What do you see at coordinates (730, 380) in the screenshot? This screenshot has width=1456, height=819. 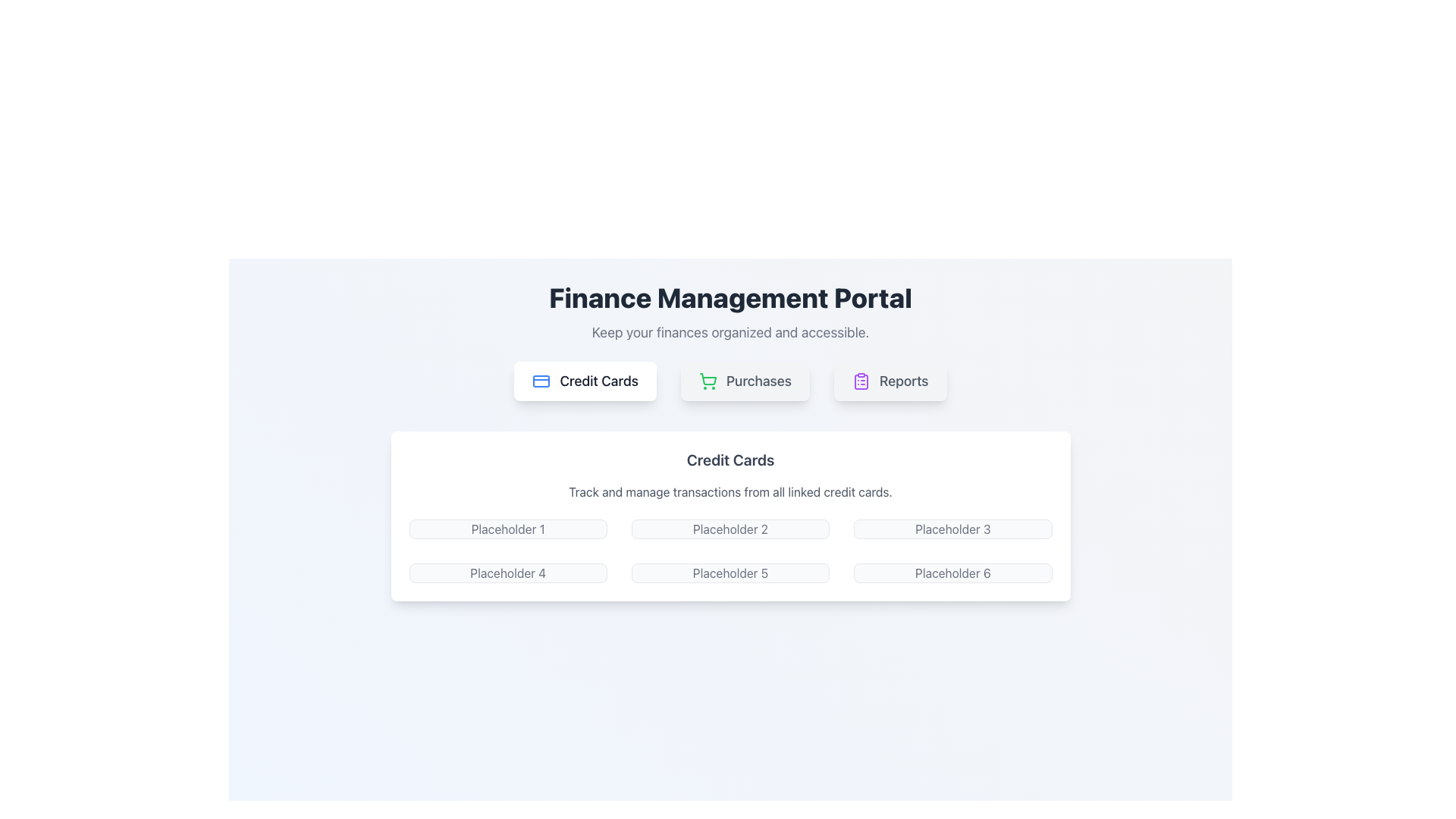 I see `the navigation tab located centrally below the 'Finance Management Portal' title` at bounding box center [730, 380].